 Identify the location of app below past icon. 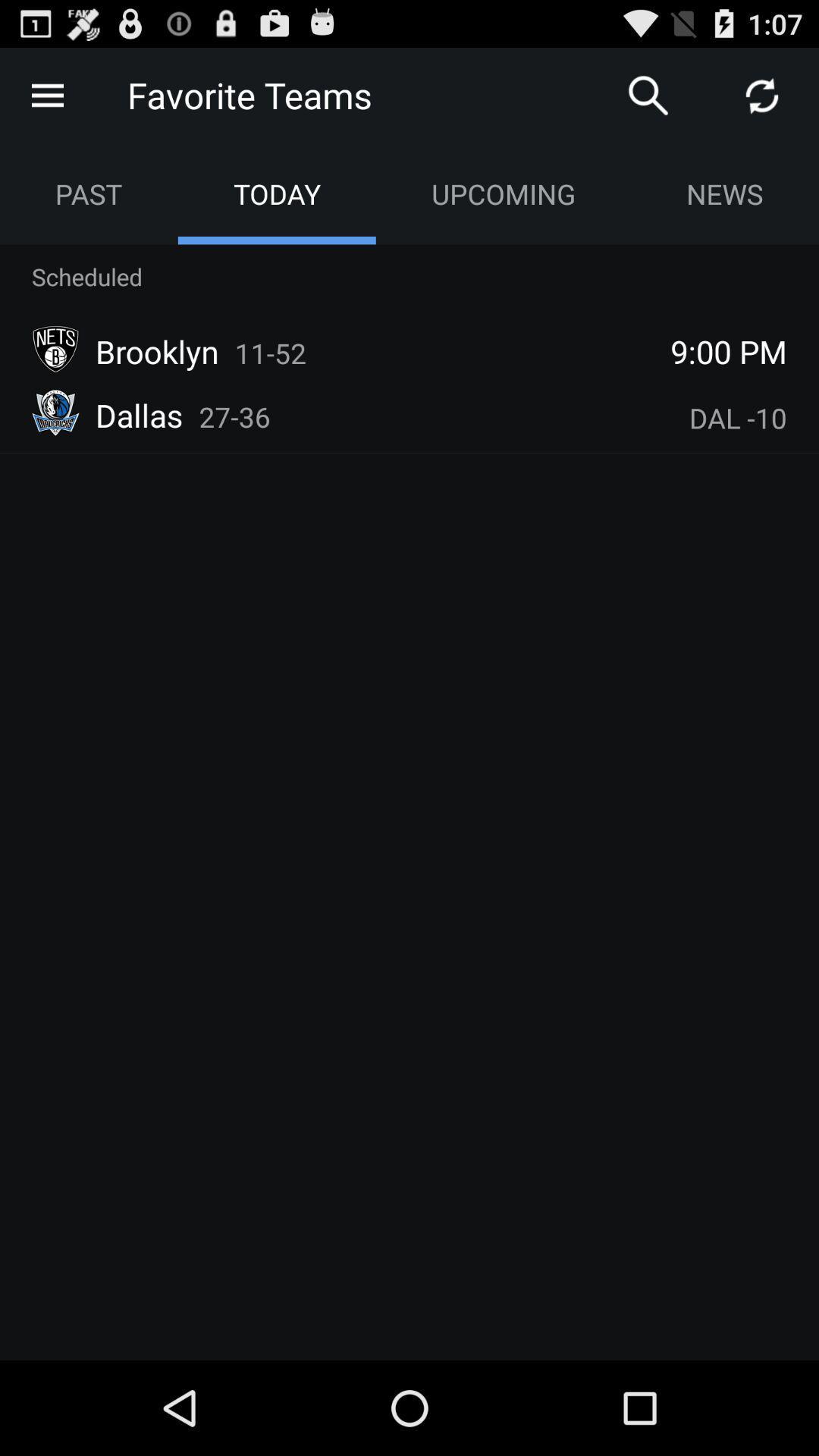
(87, 276).